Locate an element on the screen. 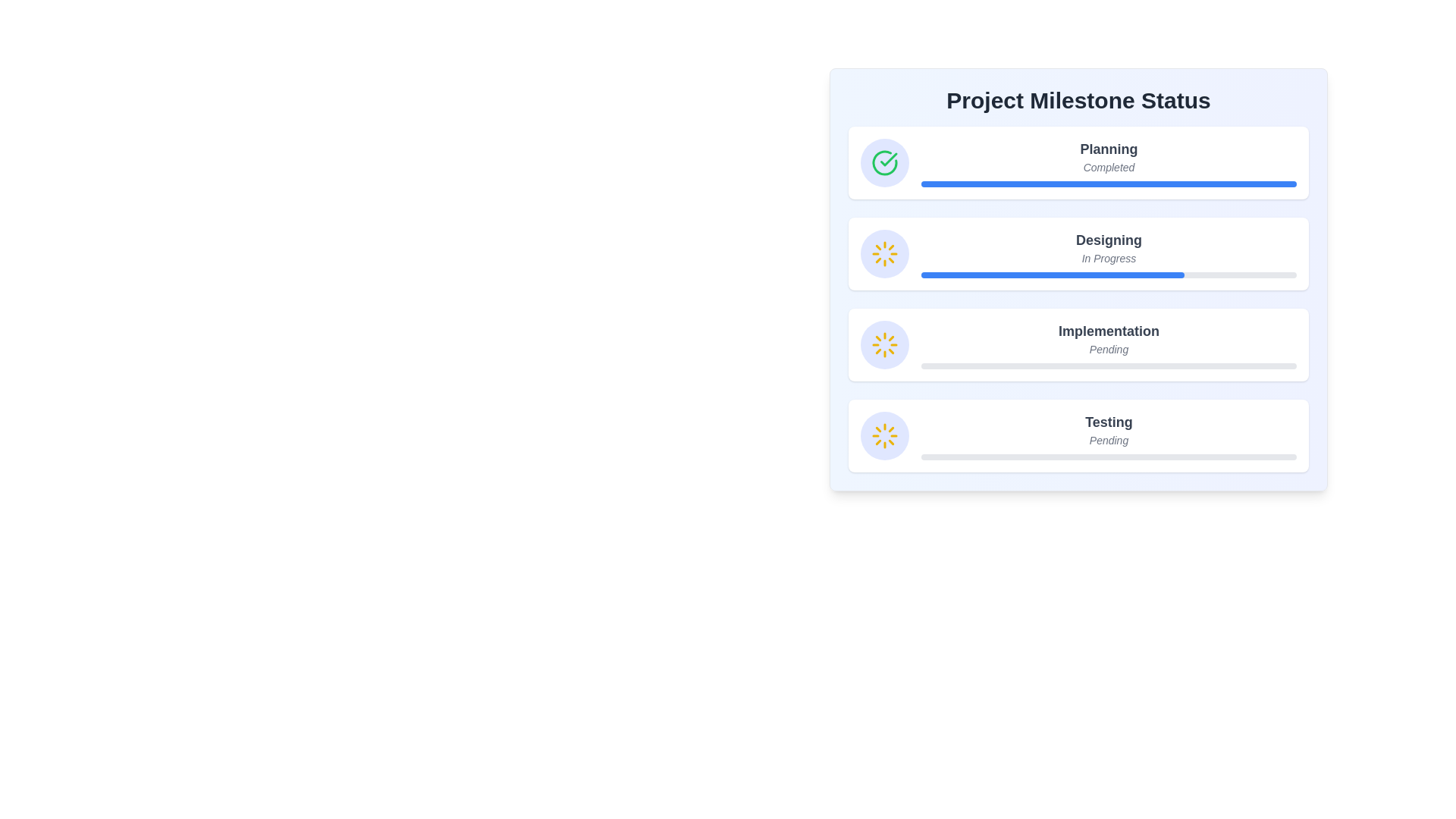 Image resolution: width=1456 pixels, height=819 pixels. the progress level of the Progress bar located under the 'Implementation' milestone section, specifically in the third row below the title 'Implementation' and its status text 'Pending' is located at coordinates (1109, 366).